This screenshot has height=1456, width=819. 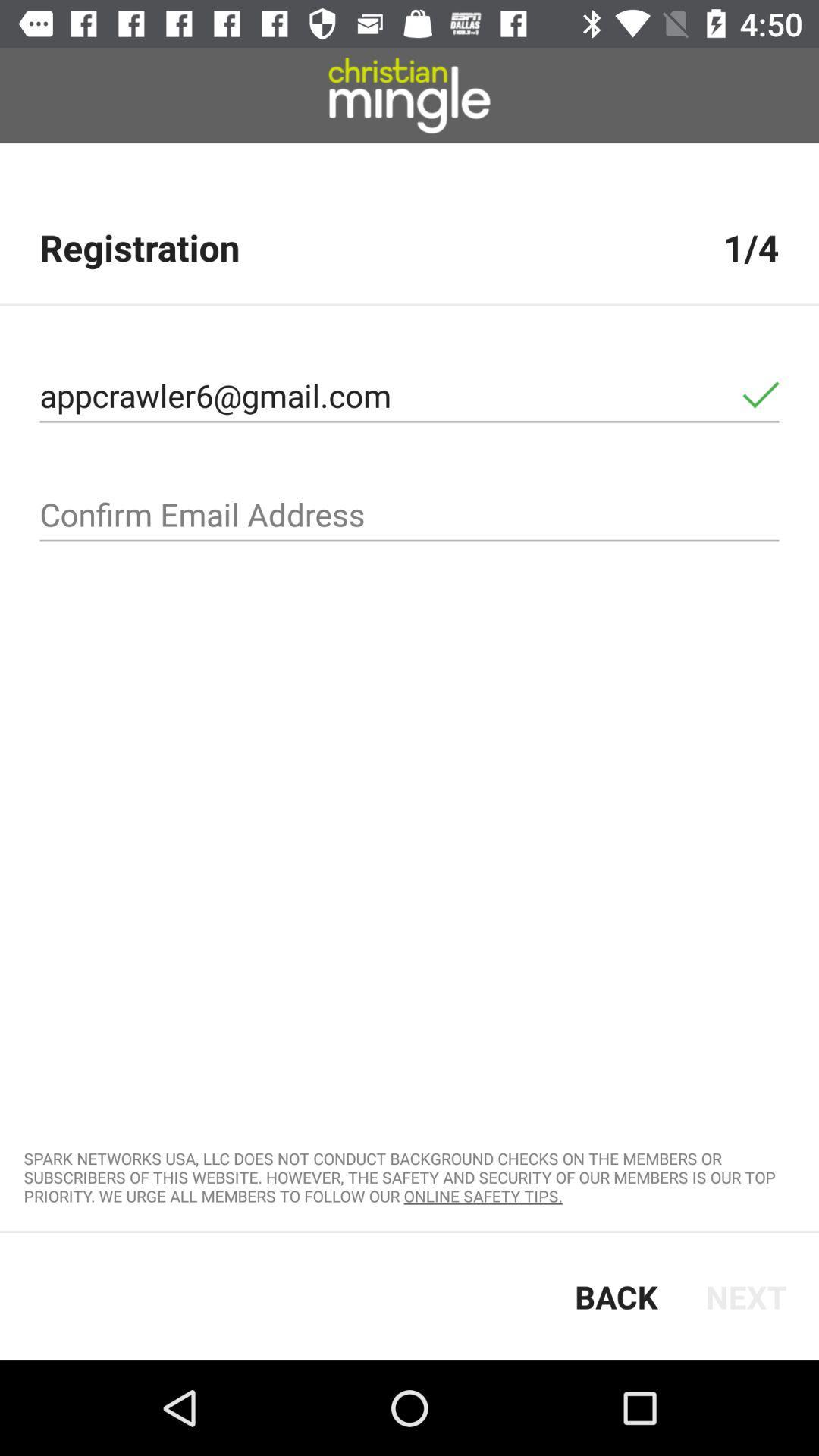 What do you see at coordinates (409, 515) in the screenshot?
I see `confrim email address text box` at bounding box center [409, 515].